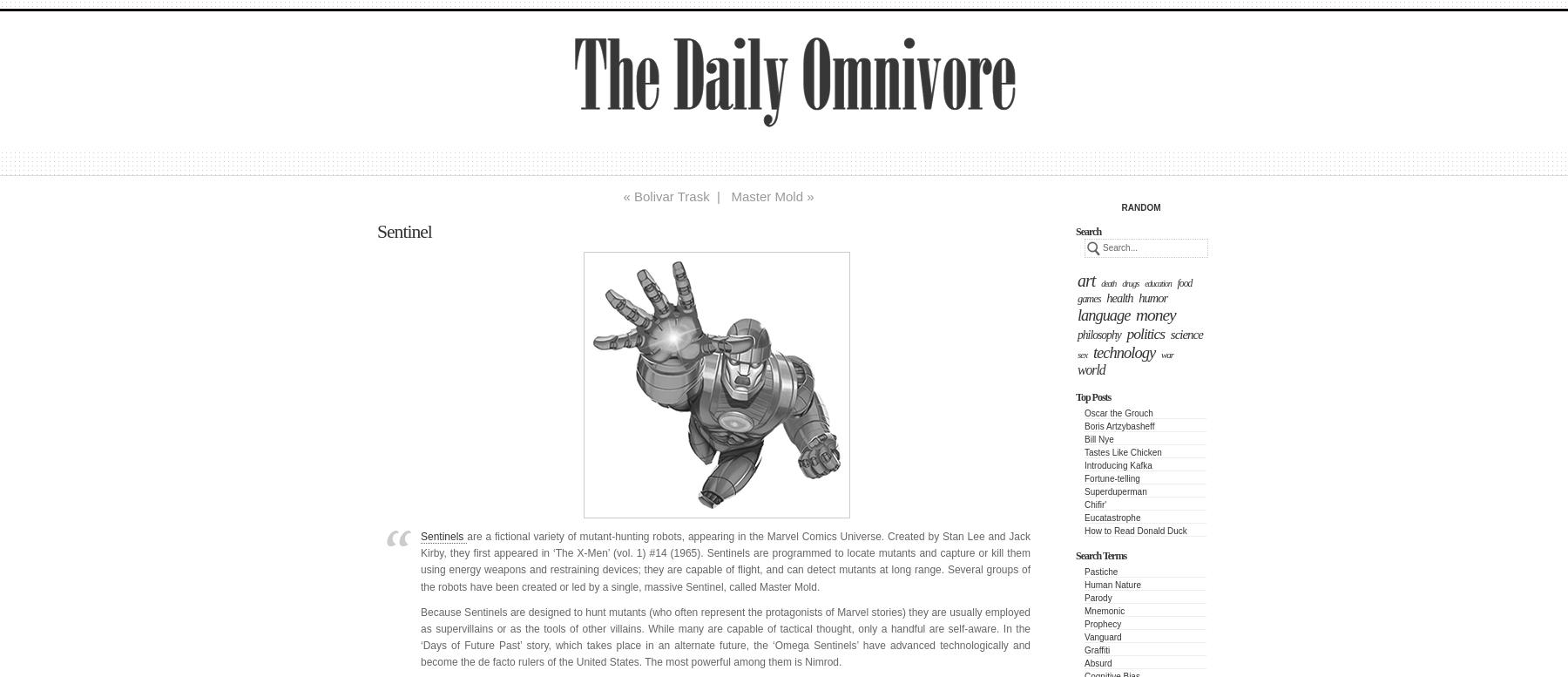 The image size is (1568, 677). I want to click on 'Chifir'', so click(1095, 504).